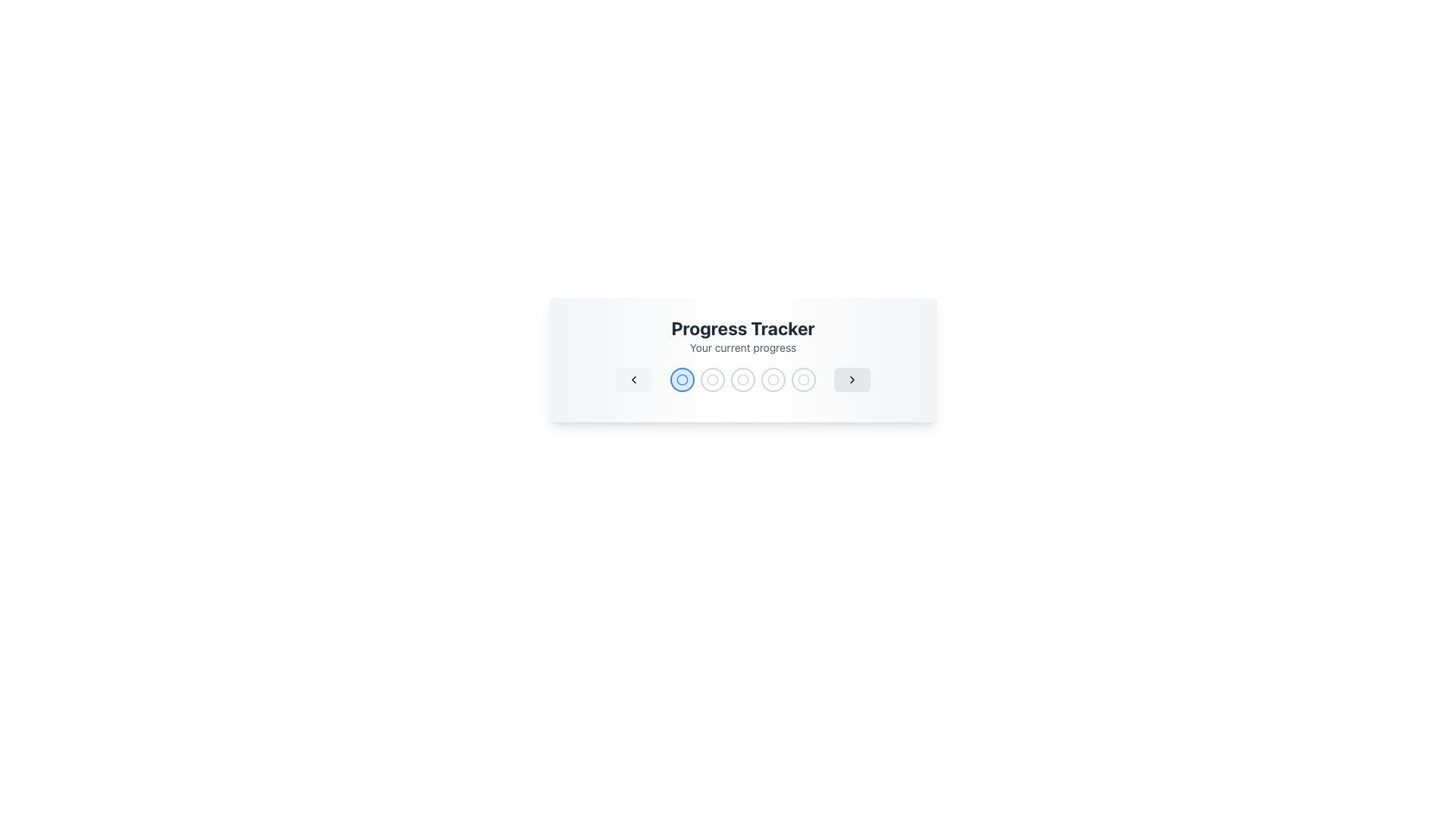 The height and width of the screenshot is (819, 1456). What do you see at coordinates (712, 379) in the screenshot?
I see `the second circular indicator icon in the Progress Tracker section` at bounding box center [712, 379].